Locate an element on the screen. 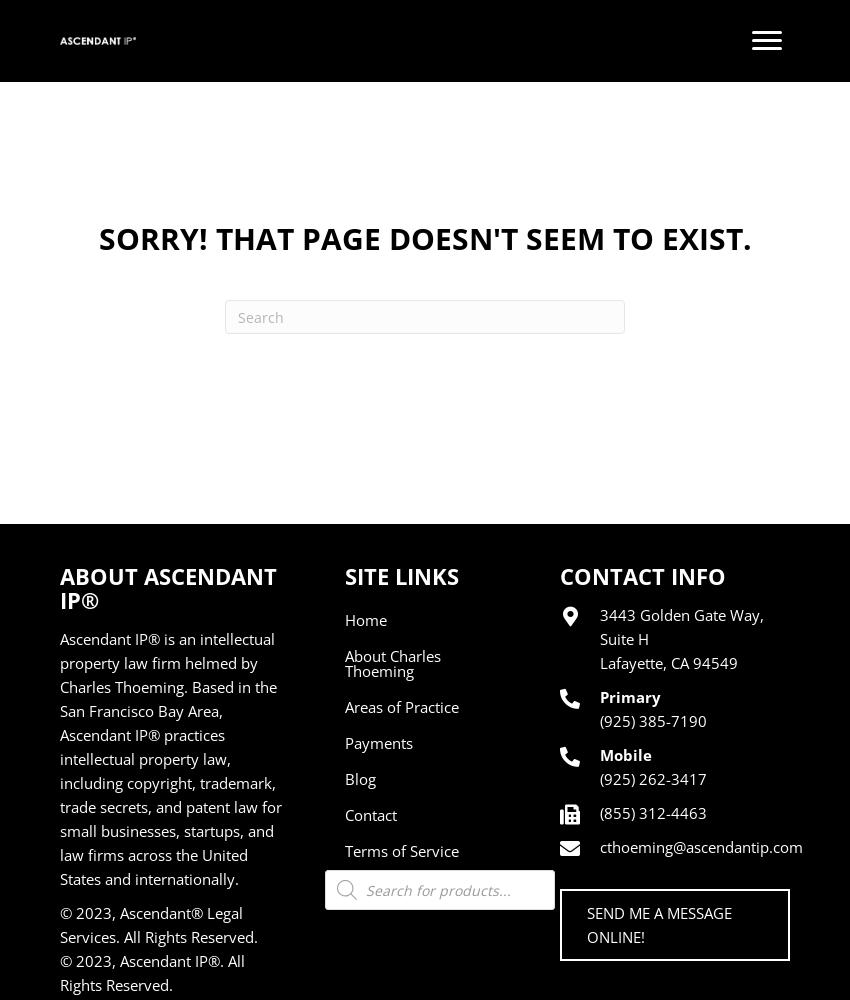 The height and width of the screenshot is (1000, 850). 'Mobile' is located at coordinates (625, 755).